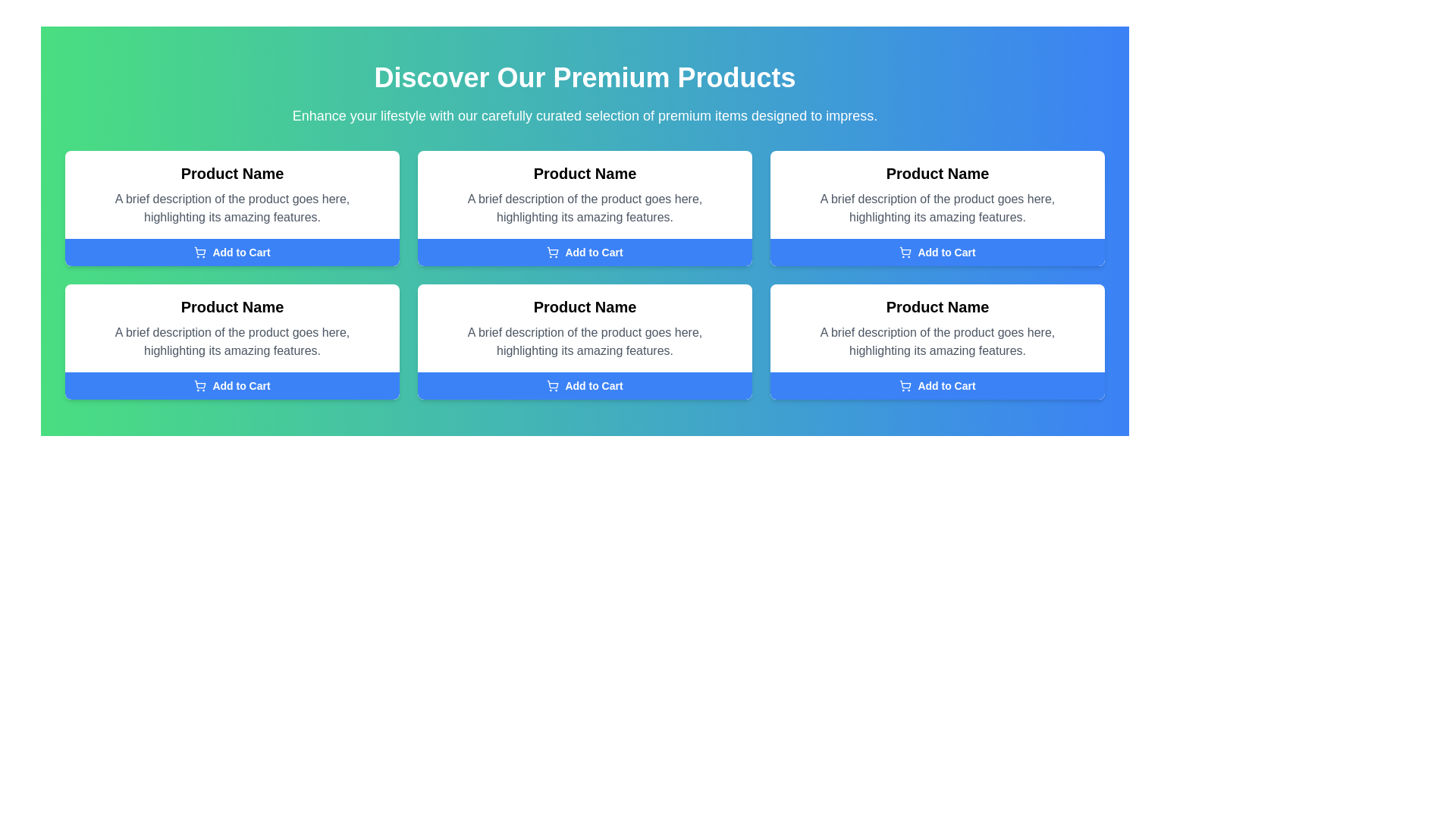 This screenshot has width=1456, height=819. What do you see at coordinates (937, 208) in the screenshot?
I see `the third product display card in the top row of the grid layout to focus on it` at bounding box center [937, 208].